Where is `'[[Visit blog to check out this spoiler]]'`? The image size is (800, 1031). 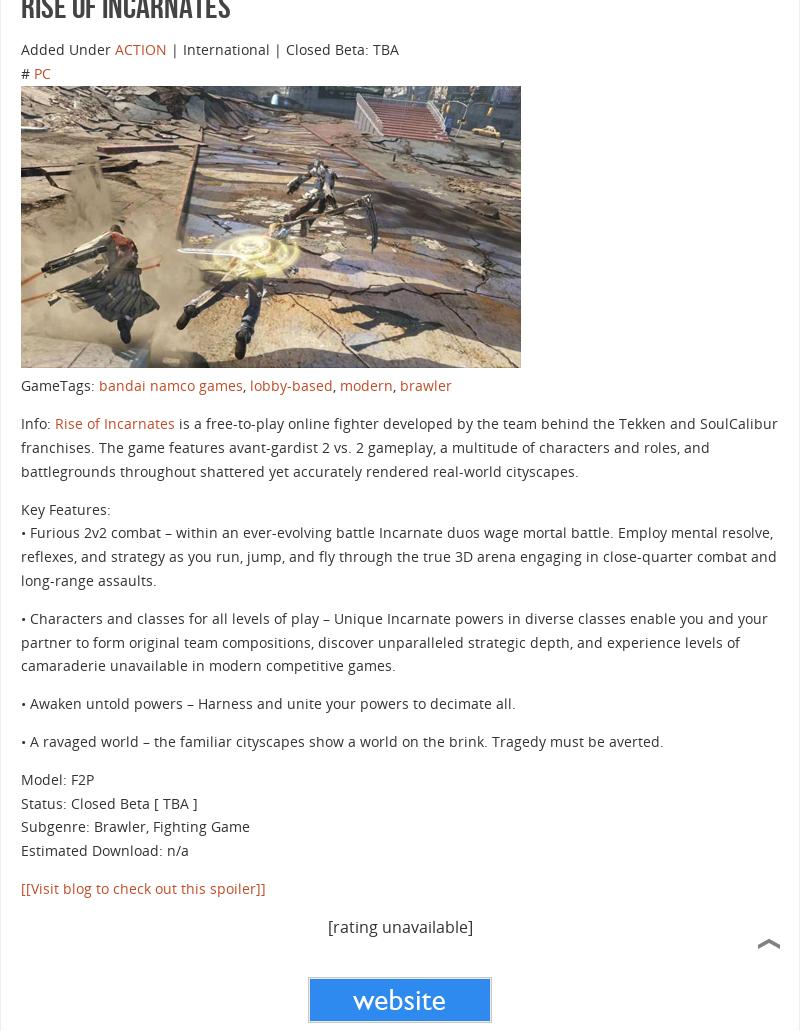
'[[Visit blog to check out this spoiler]]' is located at coordinates (20, 887).